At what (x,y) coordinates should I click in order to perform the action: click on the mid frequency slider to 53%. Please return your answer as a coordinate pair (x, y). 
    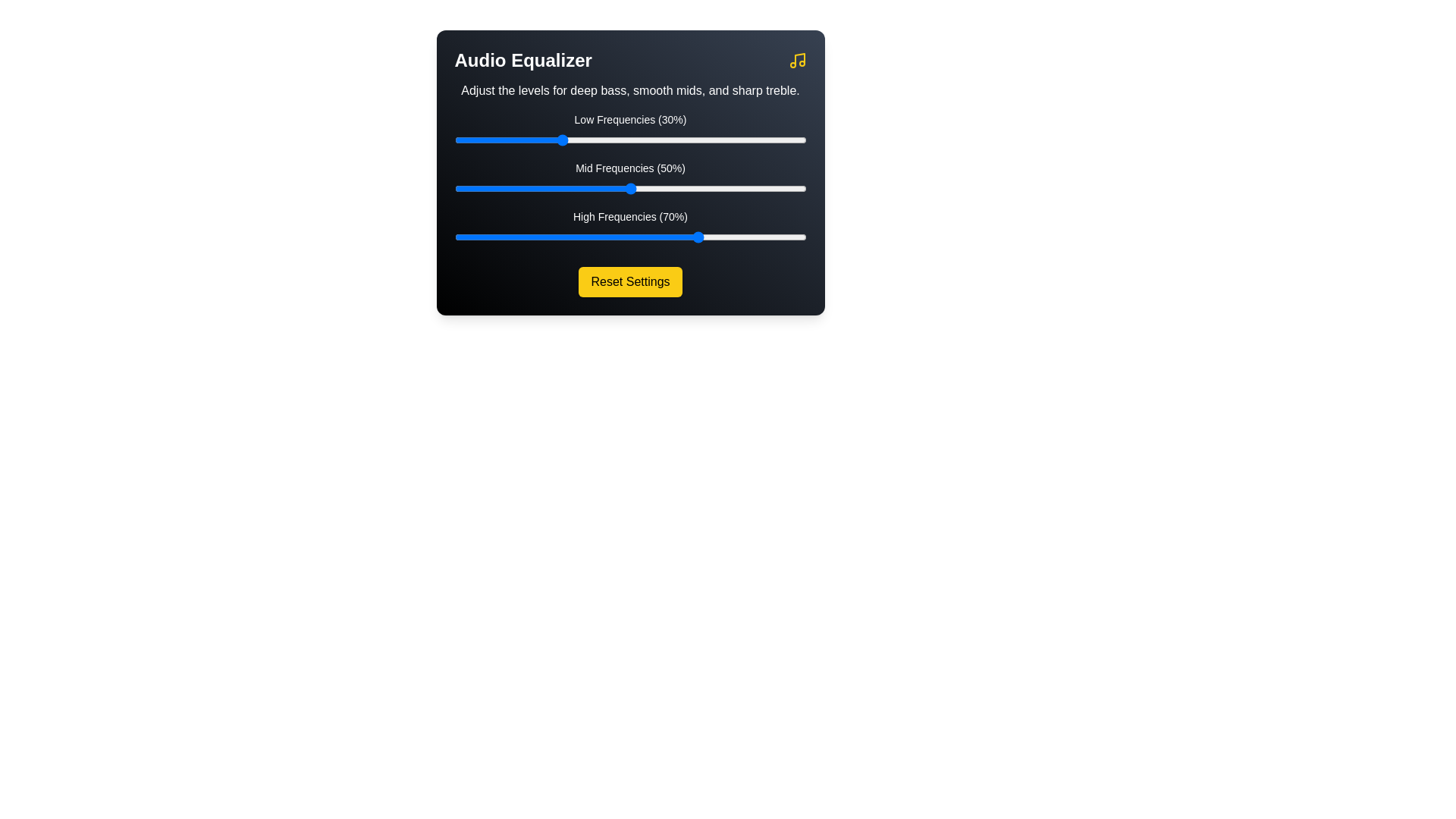
    Looking at the image, I should click on (641, 188).